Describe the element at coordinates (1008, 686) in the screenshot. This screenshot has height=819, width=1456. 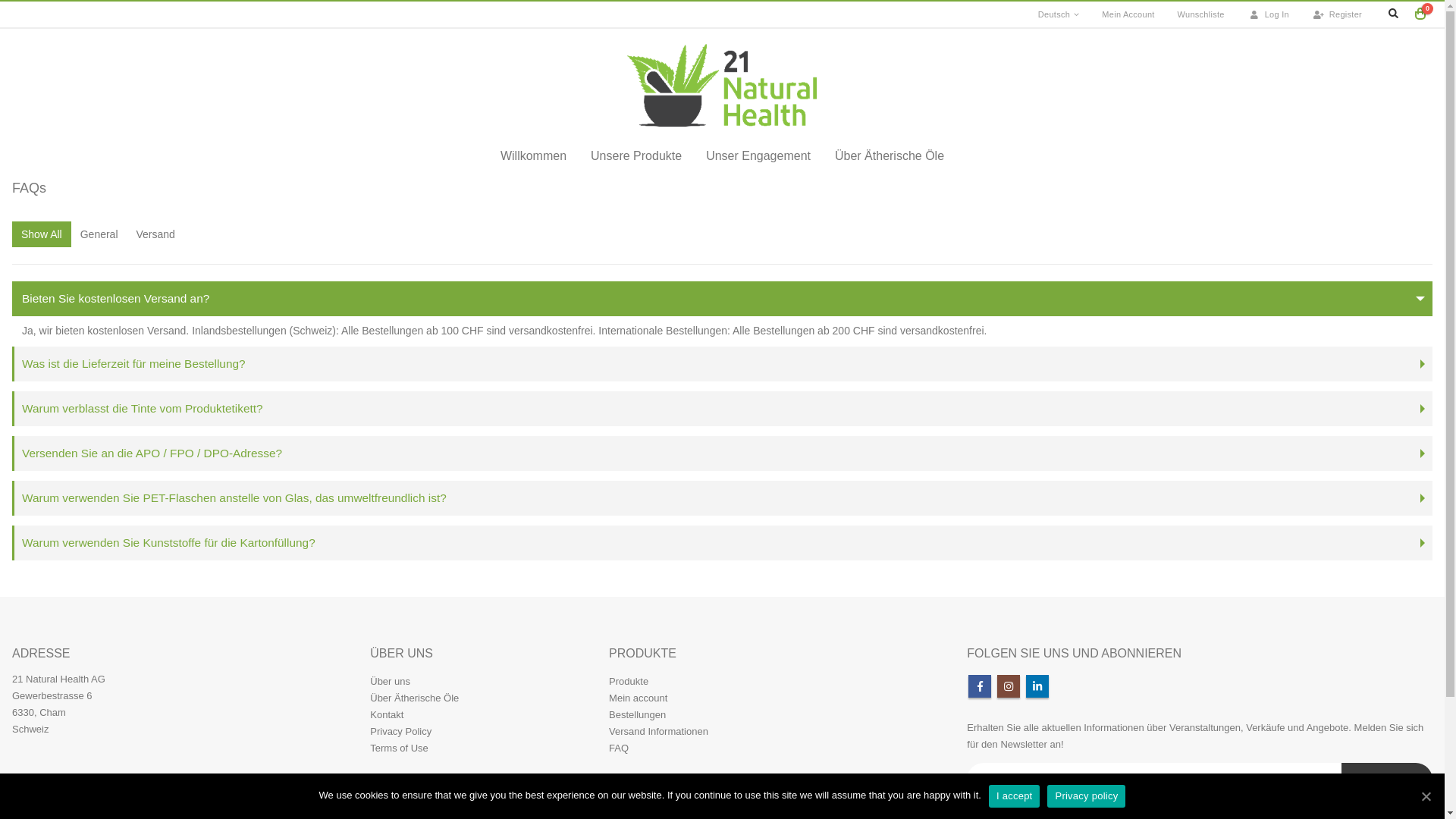
I see `'Instagram'` at that location.